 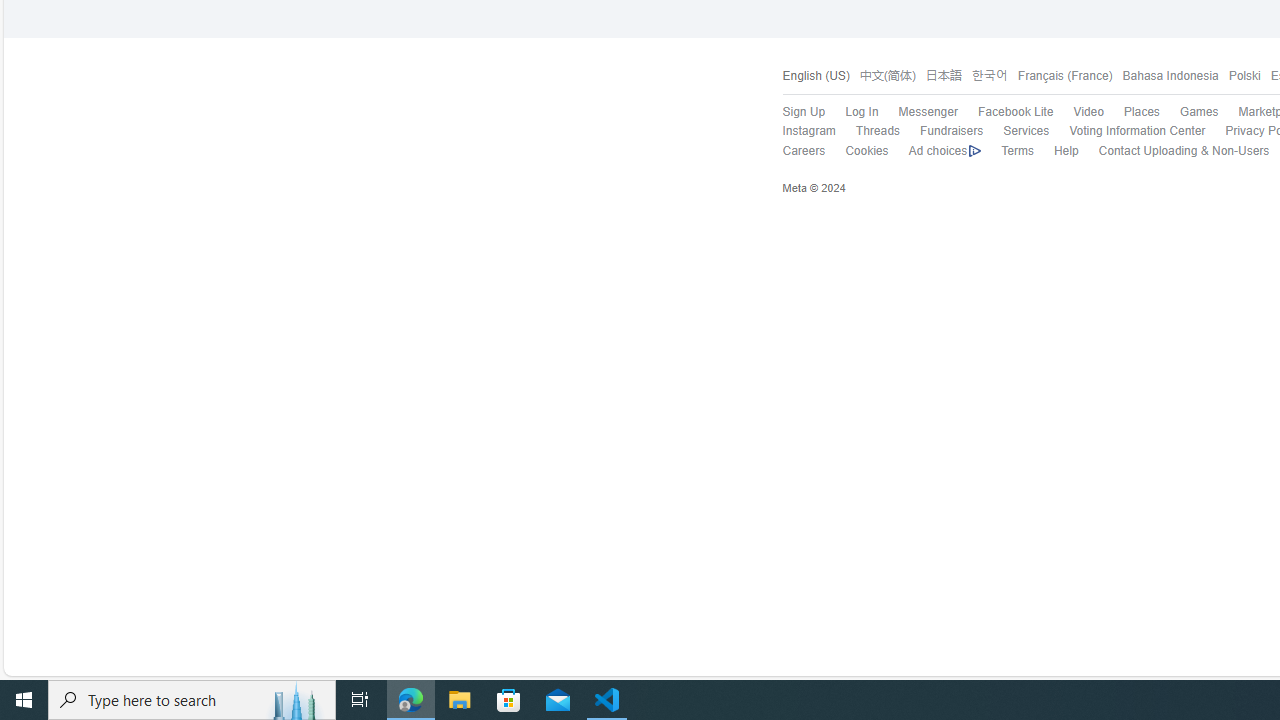 What do you see at coordinates (877, 131) in the screenshot?
I see `'Threads'` at bounding box center [877, 131].